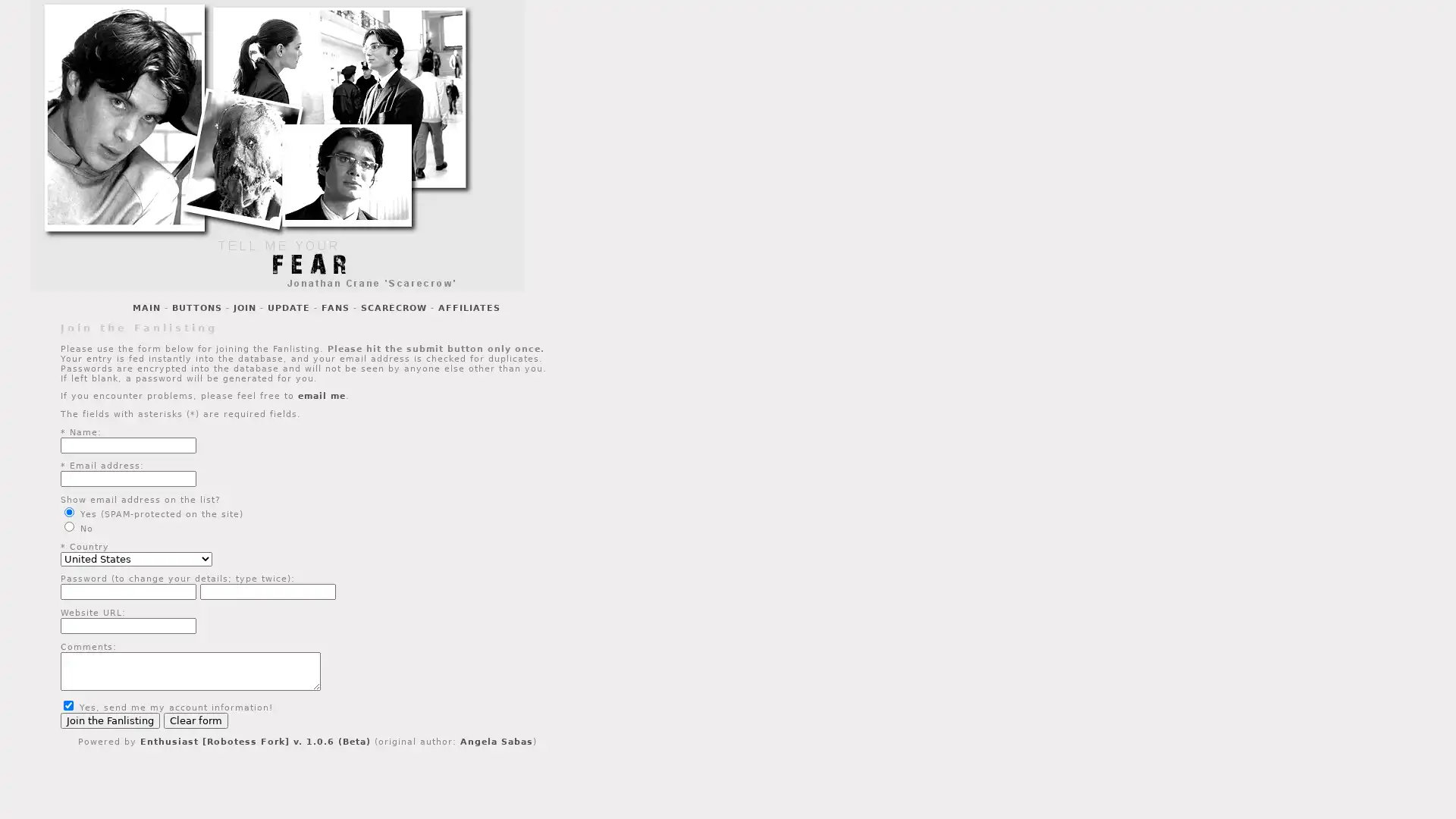 This screenshot has height=819, width=1456. What do you see at coordinates (109, 720) in the screenshot?
I see `Join the Fanlisting` at bounding box center [109, 720].